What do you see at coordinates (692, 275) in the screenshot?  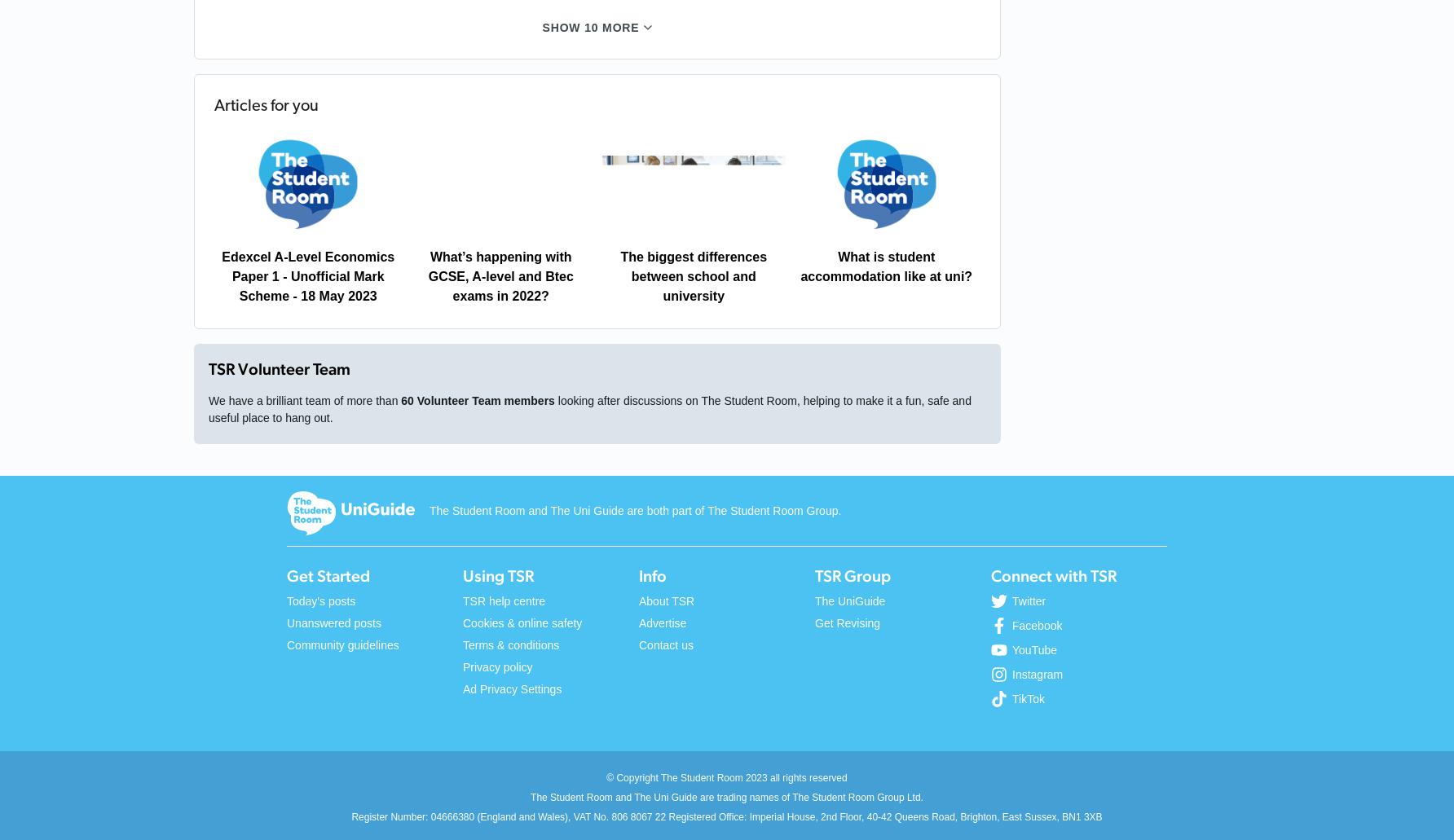 I see `'The biggest differences between school and university'` at bounding box center [692, 275].